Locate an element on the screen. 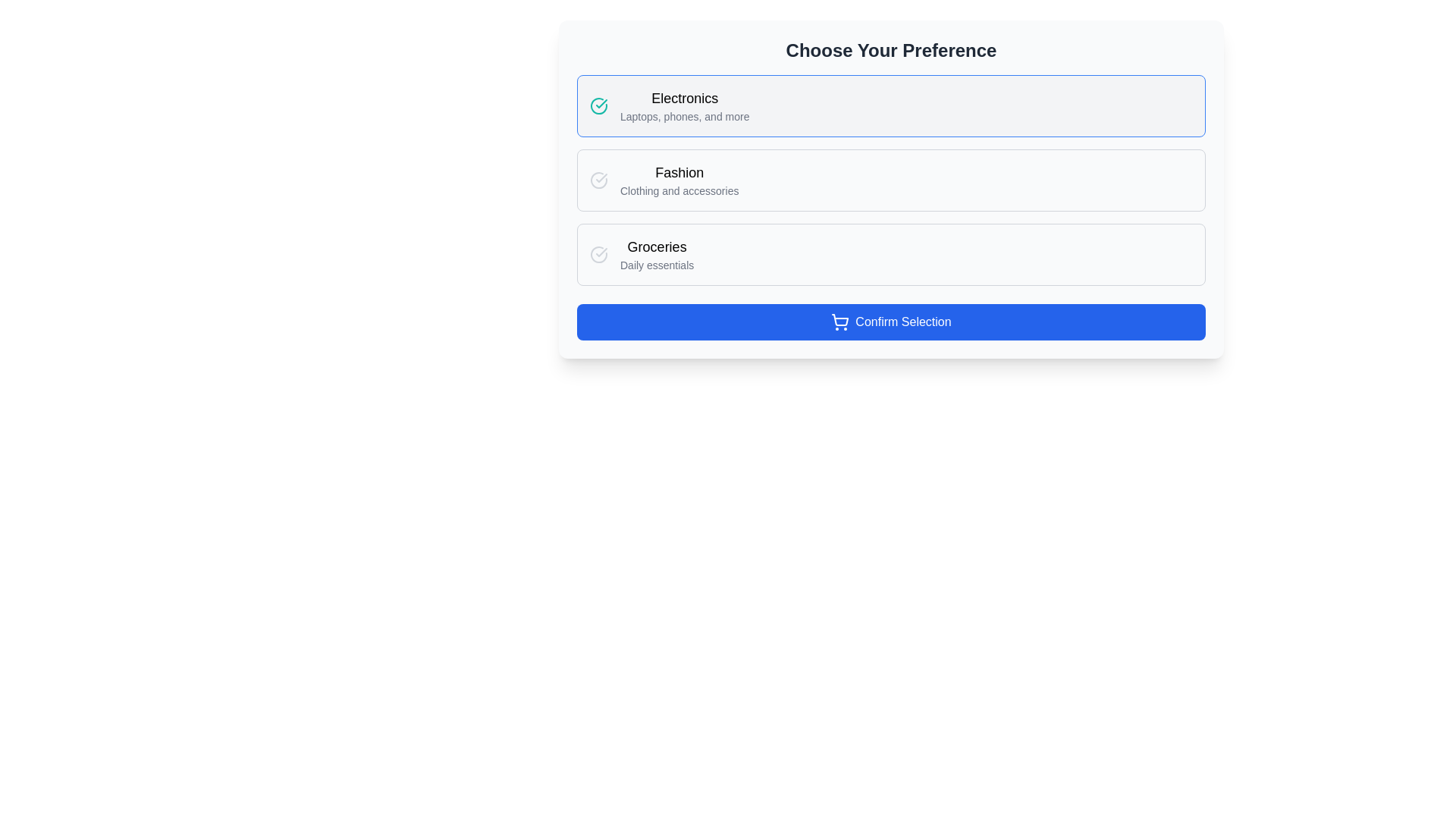 The image size is (1456, 819). the 'Groceries' option in the 'Choose Your Preference' section is located at coordinates (891, 253).